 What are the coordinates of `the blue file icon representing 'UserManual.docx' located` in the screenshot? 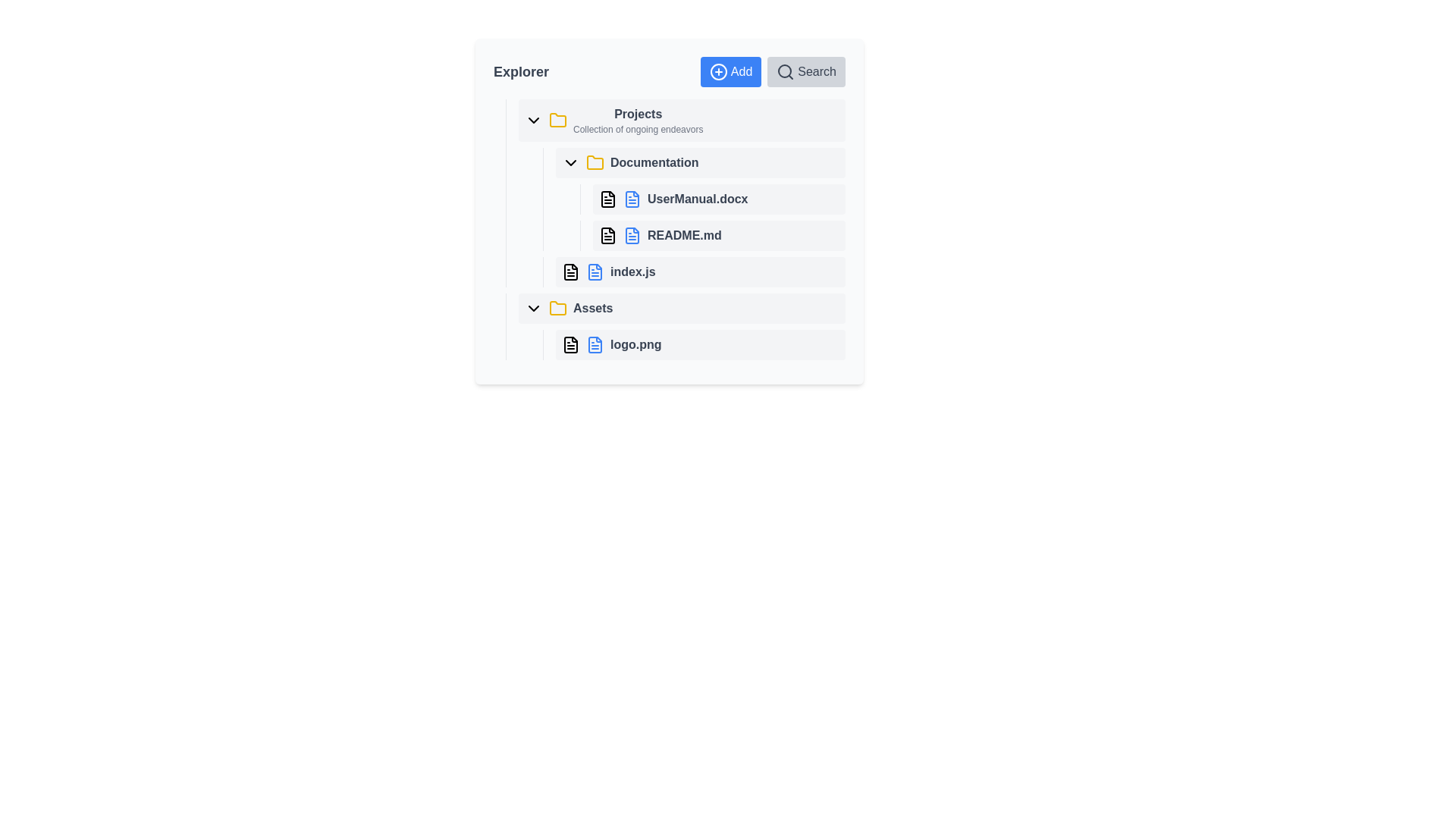 It's located at (632, 198).